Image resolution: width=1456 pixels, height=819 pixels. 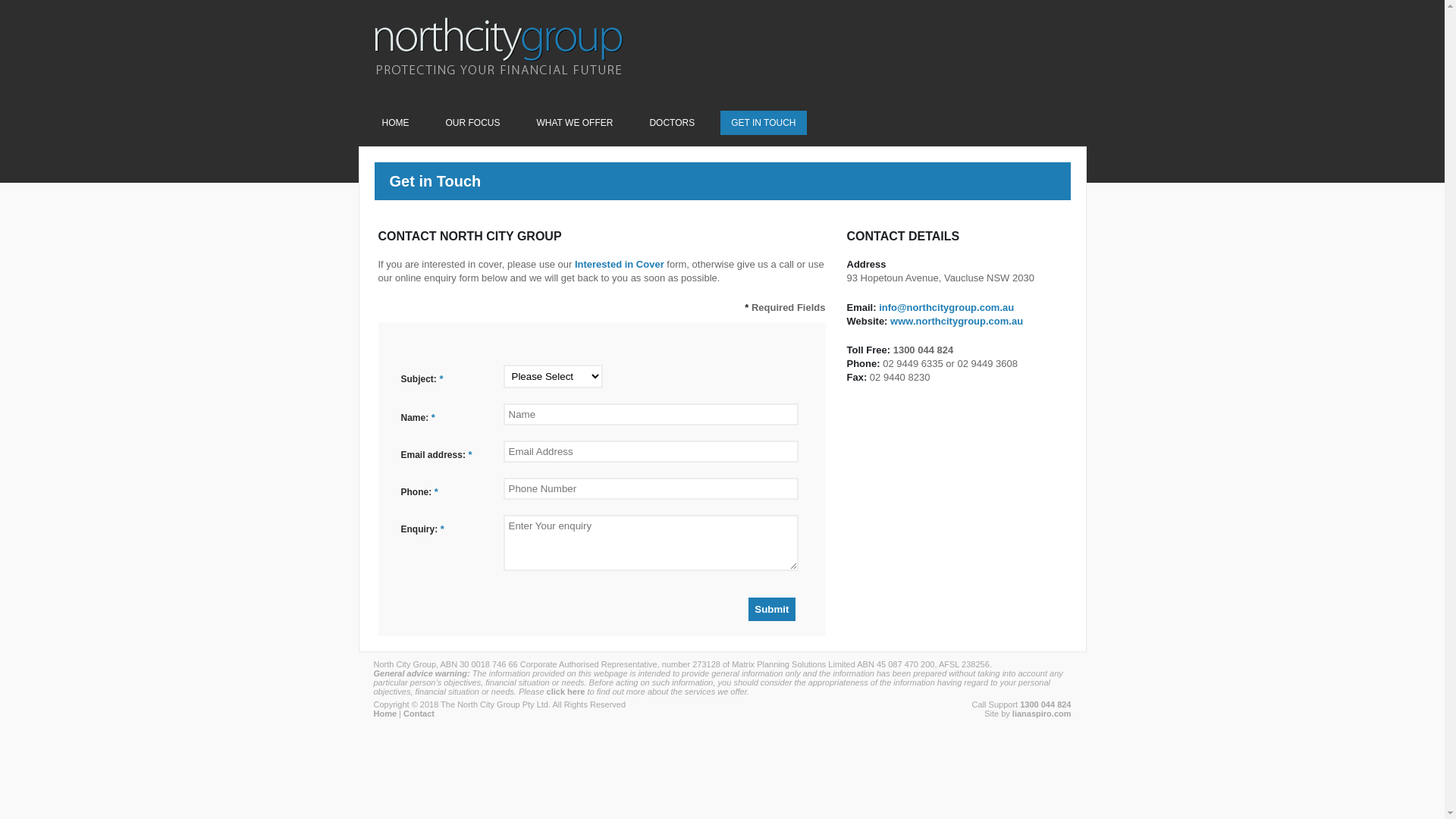 What do you see at coordinates (396, 122) in the screenshot?
I see `'HOME'` at bounding box center [396, 122].